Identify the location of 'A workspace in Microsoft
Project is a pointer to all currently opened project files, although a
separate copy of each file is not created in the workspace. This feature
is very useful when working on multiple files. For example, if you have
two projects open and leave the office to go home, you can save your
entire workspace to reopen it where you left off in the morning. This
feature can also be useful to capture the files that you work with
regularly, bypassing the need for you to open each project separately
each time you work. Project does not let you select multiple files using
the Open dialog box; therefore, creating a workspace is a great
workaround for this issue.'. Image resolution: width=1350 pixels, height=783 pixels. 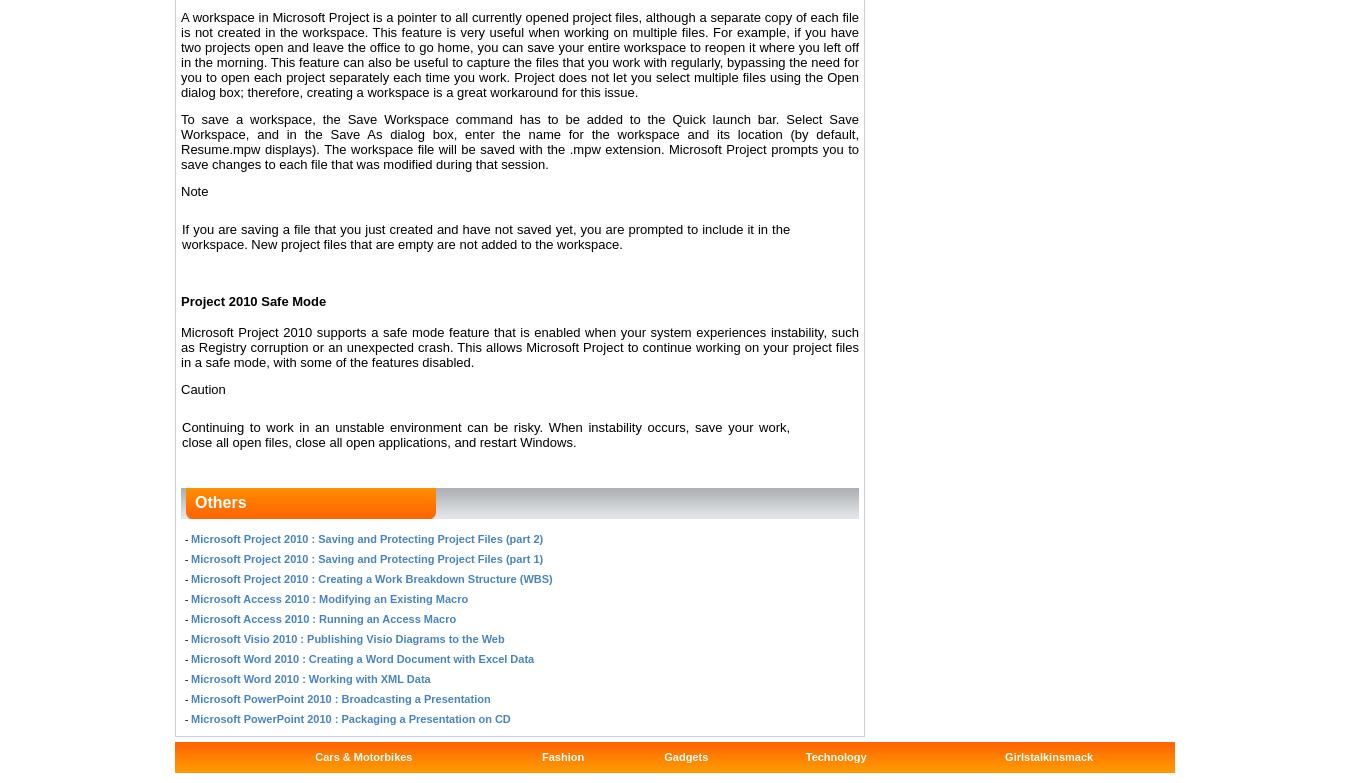
(519, 54).